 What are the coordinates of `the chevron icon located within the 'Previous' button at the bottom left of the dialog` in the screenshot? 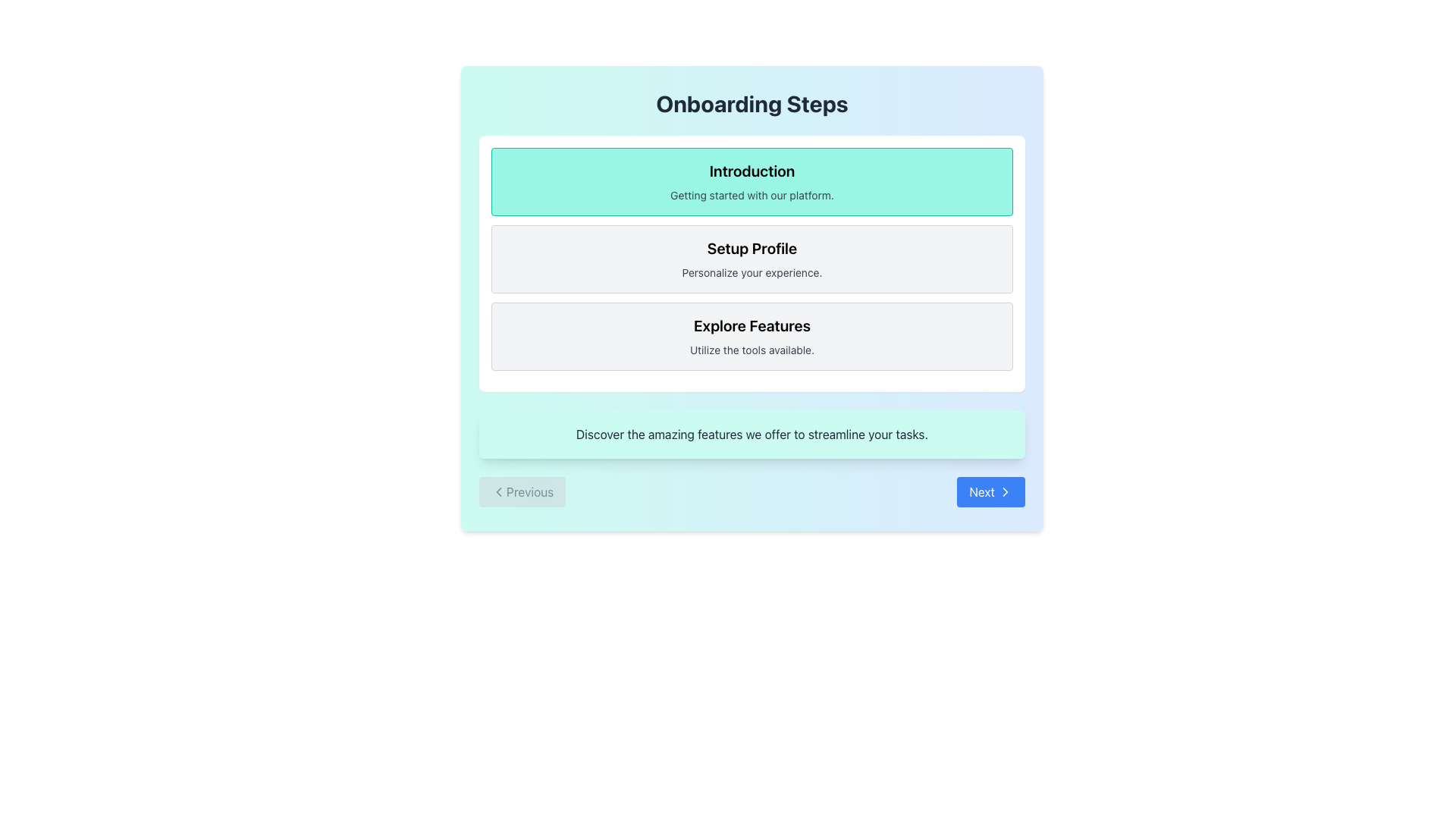 It's located at (498, 491).